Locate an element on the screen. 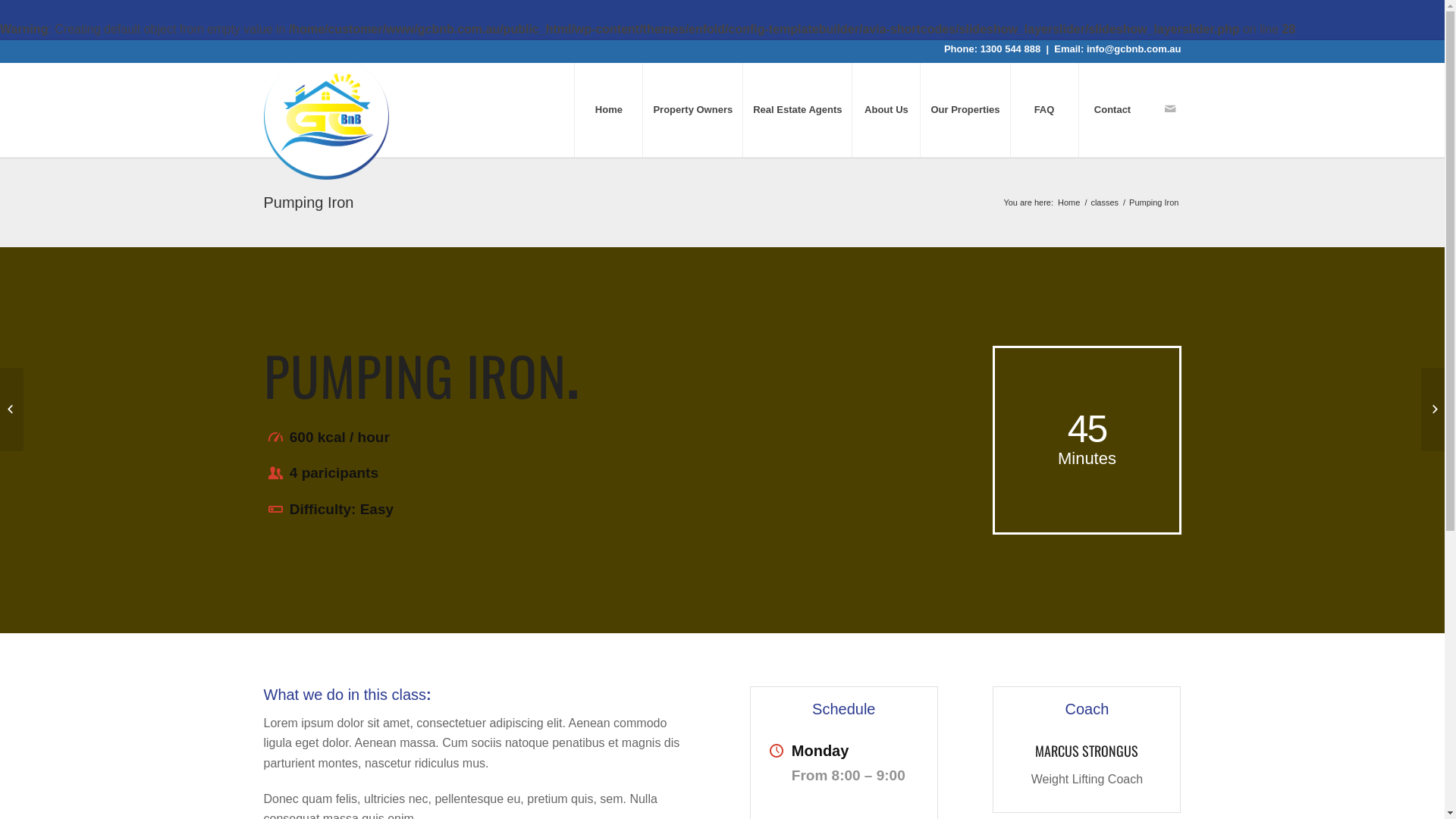 This screenshot has width=1456, height=819. 'Our Properties' is located at coordinates (964, 108).